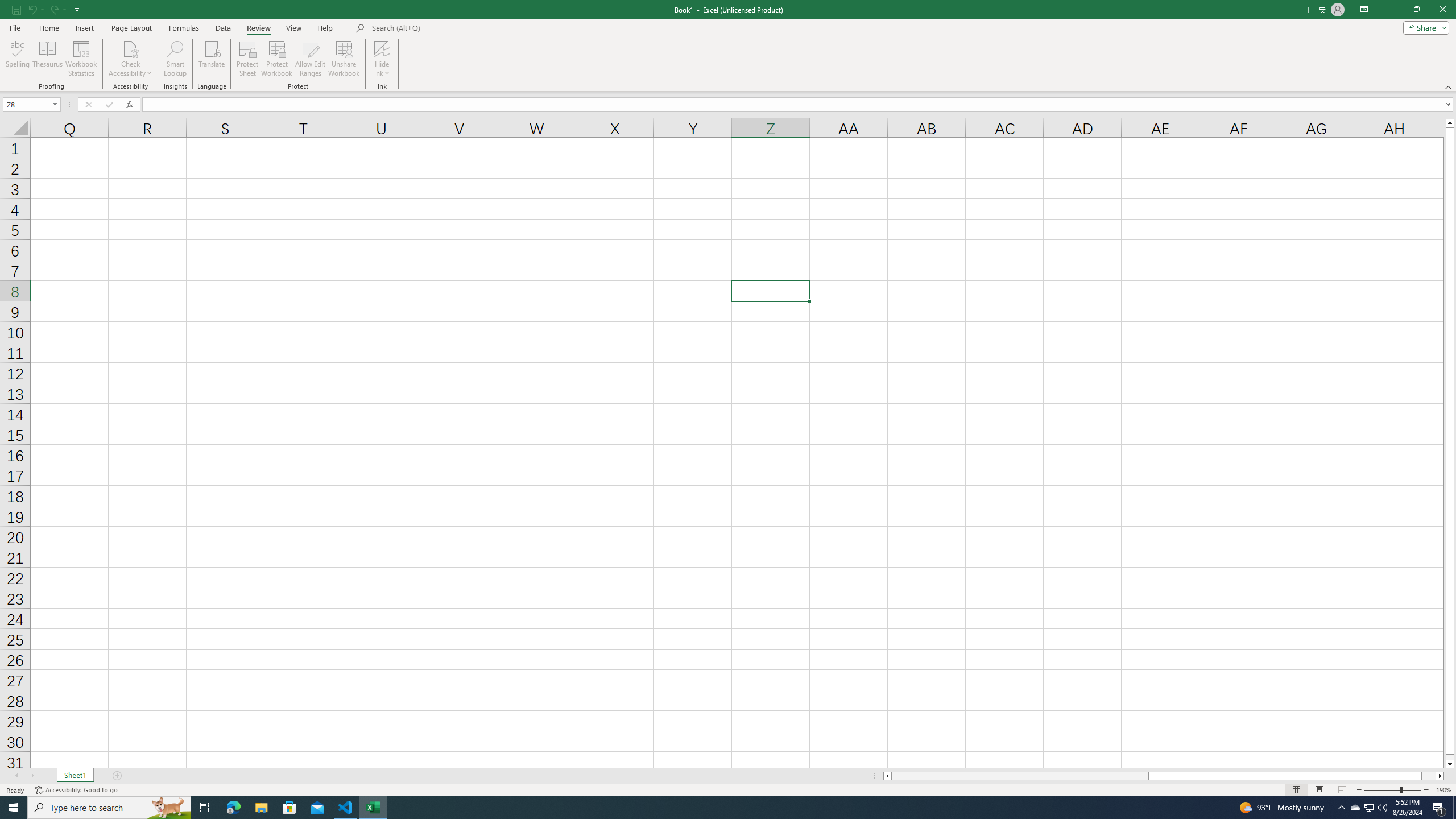 The height and width of the screenshot is (819, 1456). I want to click on 'Hide Ink', so click(382, 48).